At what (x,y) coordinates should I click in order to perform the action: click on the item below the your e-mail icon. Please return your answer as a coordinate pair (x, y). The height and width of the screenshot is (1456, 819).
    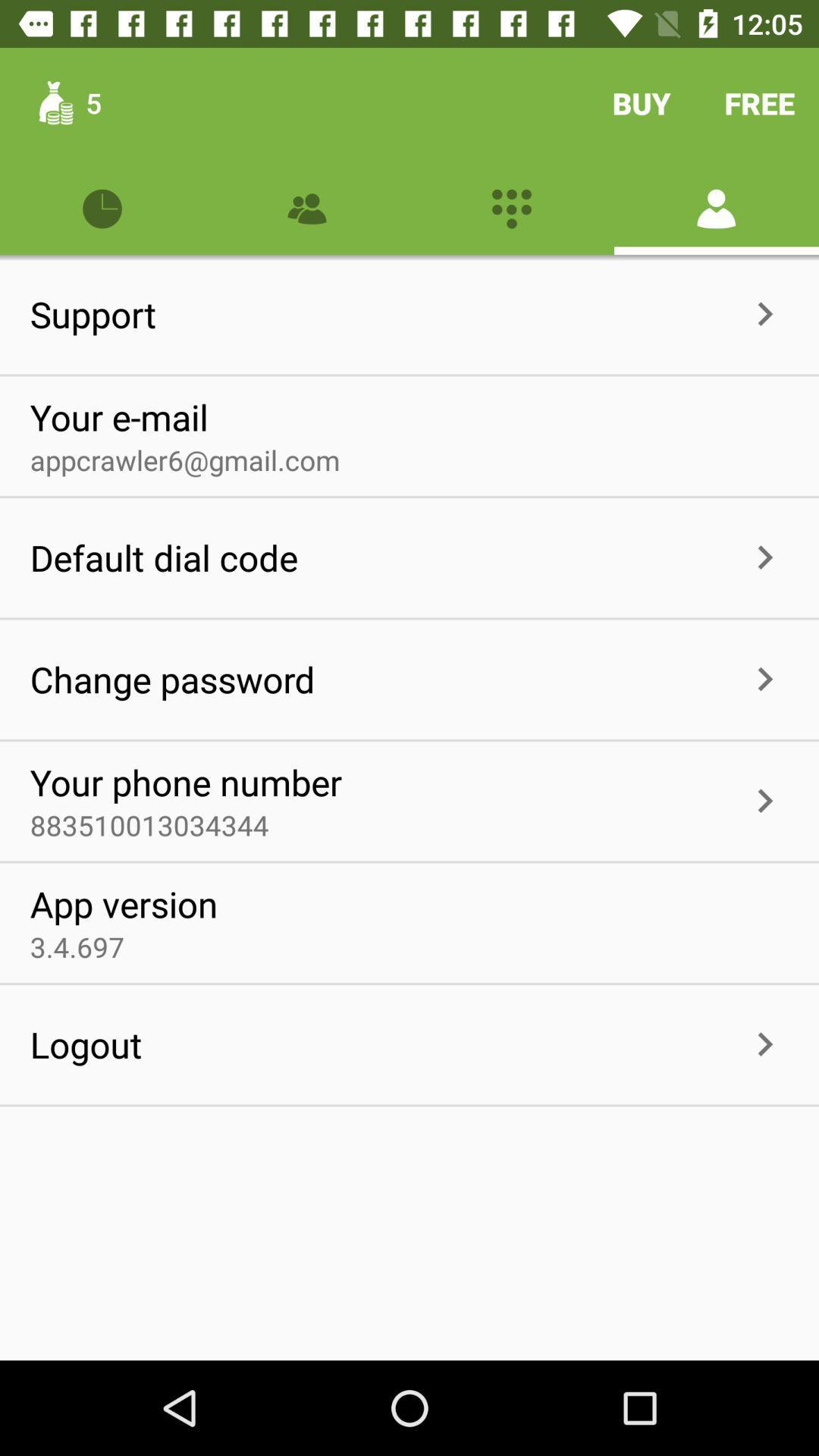
    Looking at the image, I should click on (184, 459).